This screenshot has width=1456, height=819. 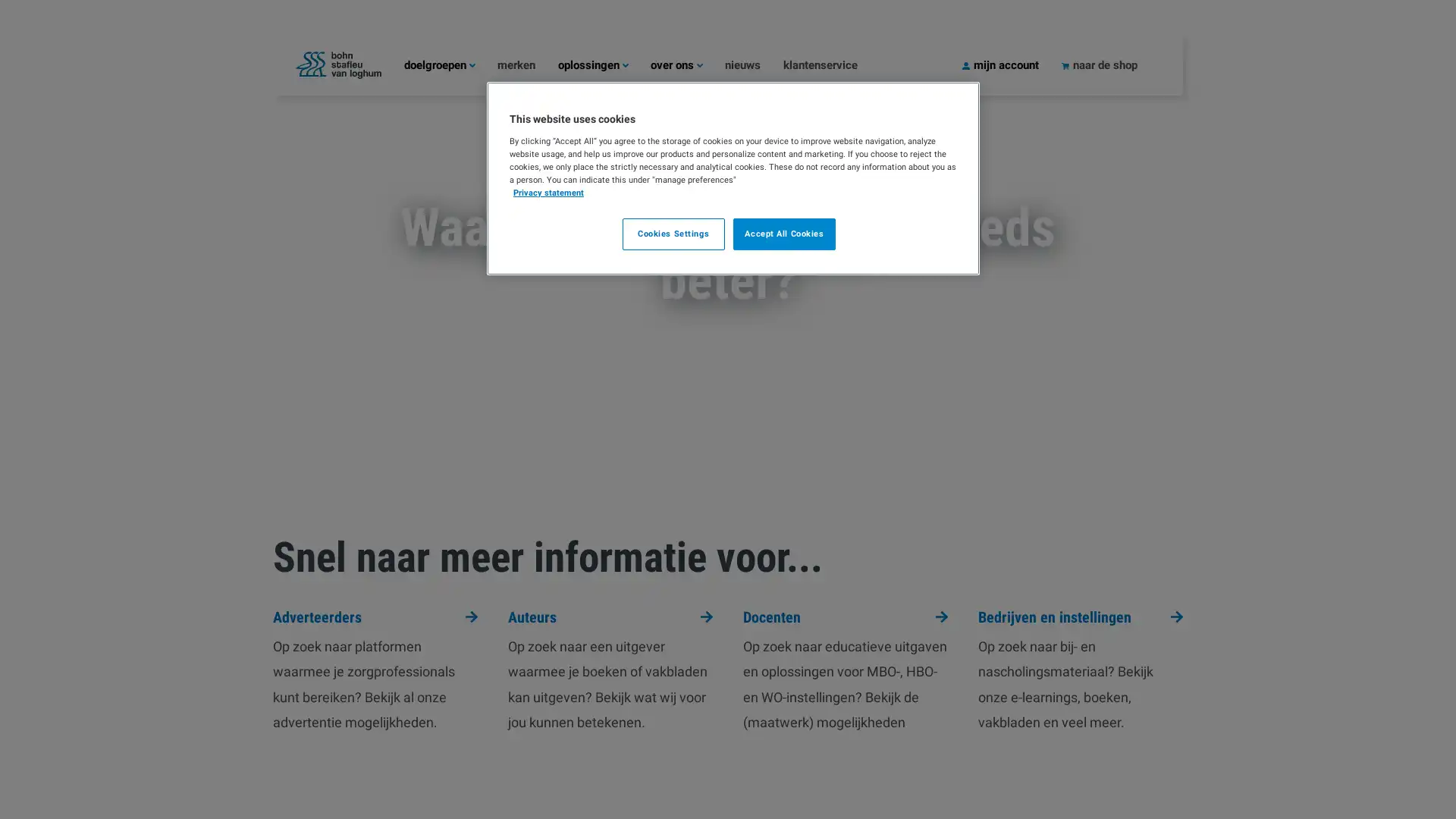 I want to click on Accept All Cookies, so click(x=784, y=234).